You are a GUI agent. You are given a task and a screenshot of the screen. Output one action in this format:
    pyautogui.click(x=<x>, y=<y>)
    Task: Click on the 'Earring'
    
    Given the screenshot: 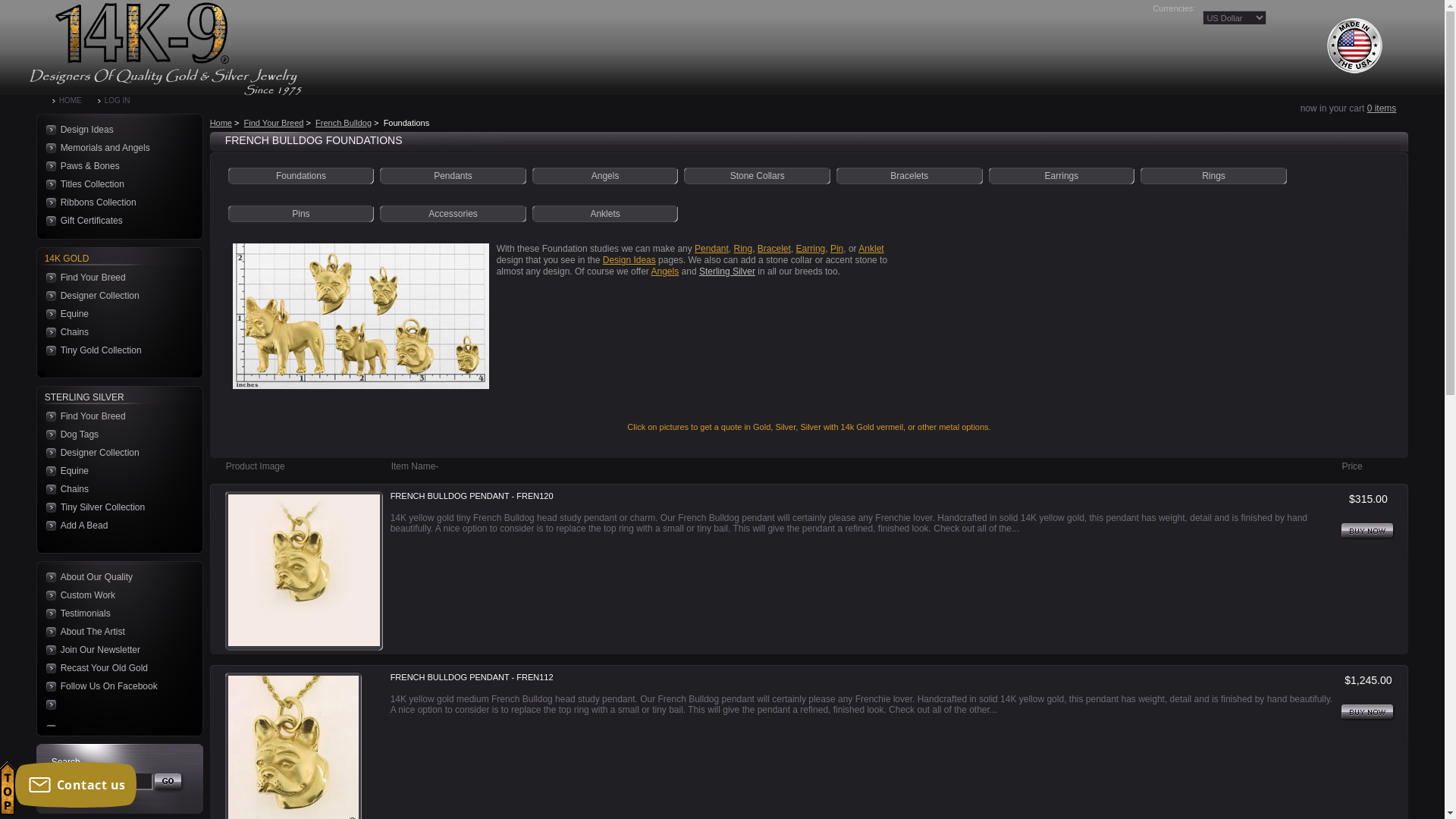 What is the action you would take?
    pyautogui.click(x=795, y=247)
    